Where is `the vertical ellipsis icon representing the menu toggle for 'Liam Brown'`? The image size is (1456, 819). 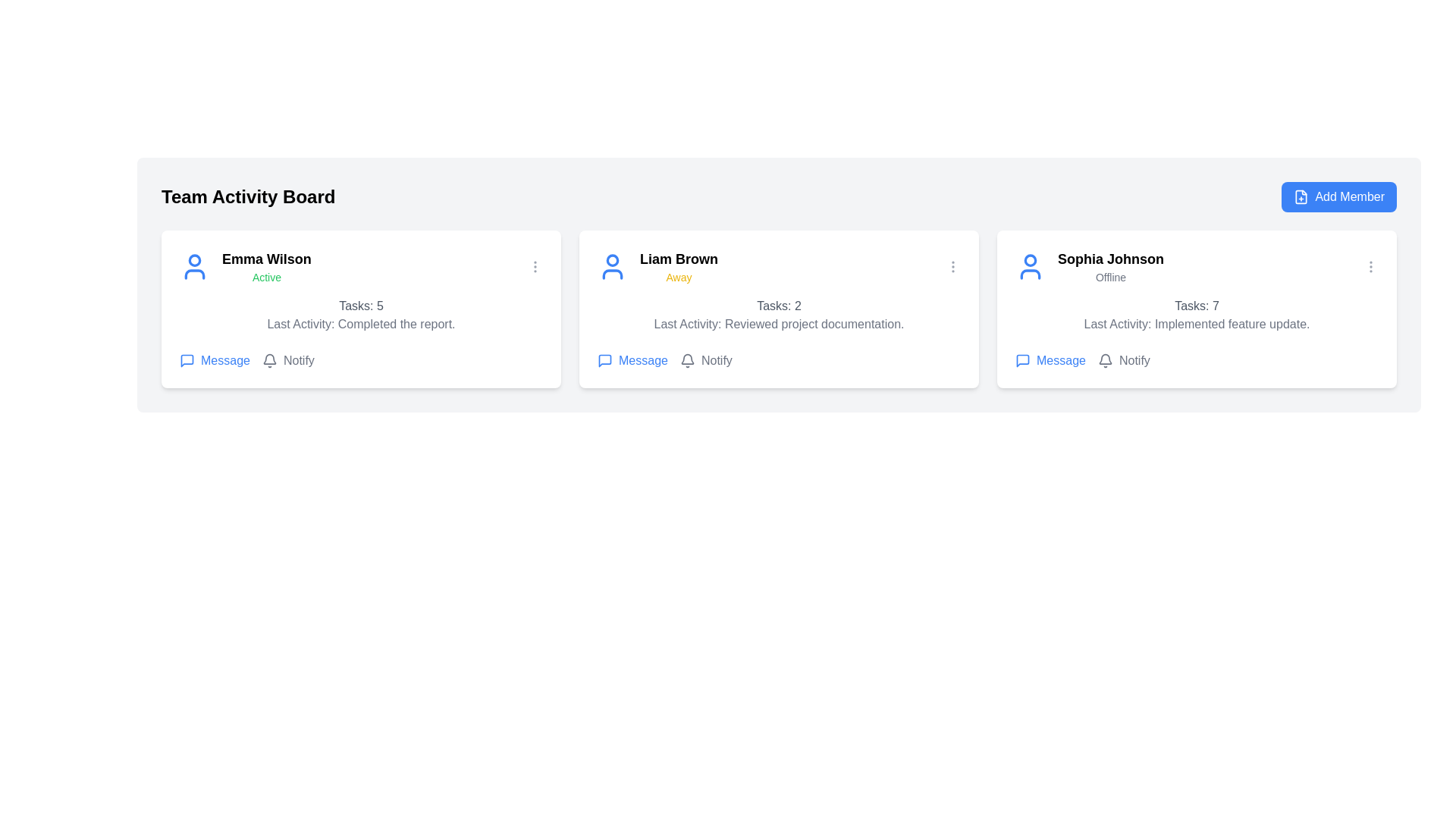
the vertical ellipsis icon representing the menu toggle for 'Liam Brown' is located at coordinates (952, 265).